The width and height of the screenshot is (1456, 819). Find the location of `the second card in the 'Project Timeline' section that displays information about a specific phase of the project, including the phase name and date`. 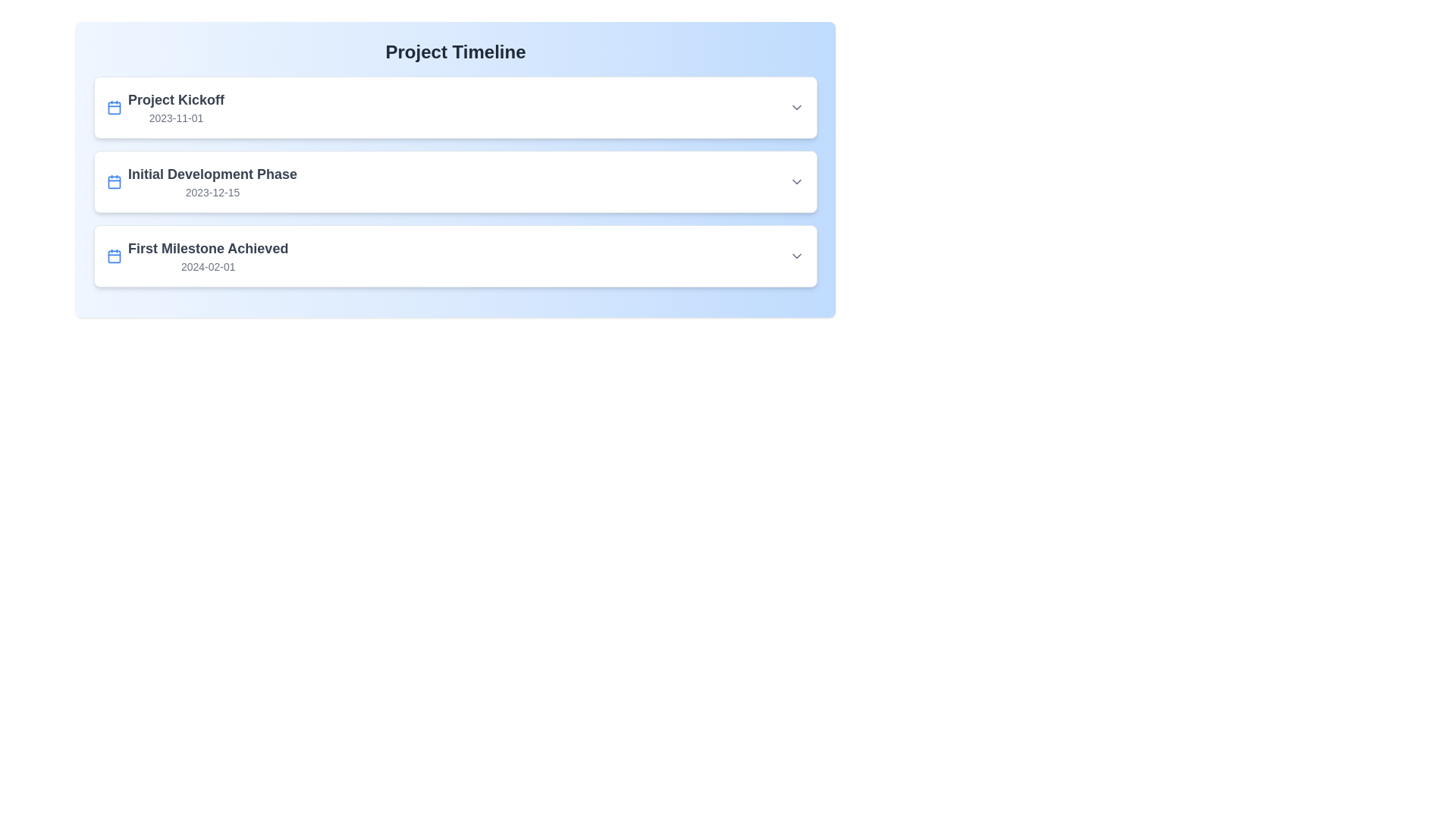

the second card in the 'Project Timeline' section that displays information about a specific phase of the project, including the phase name and date is located at coordinates (454, 180).